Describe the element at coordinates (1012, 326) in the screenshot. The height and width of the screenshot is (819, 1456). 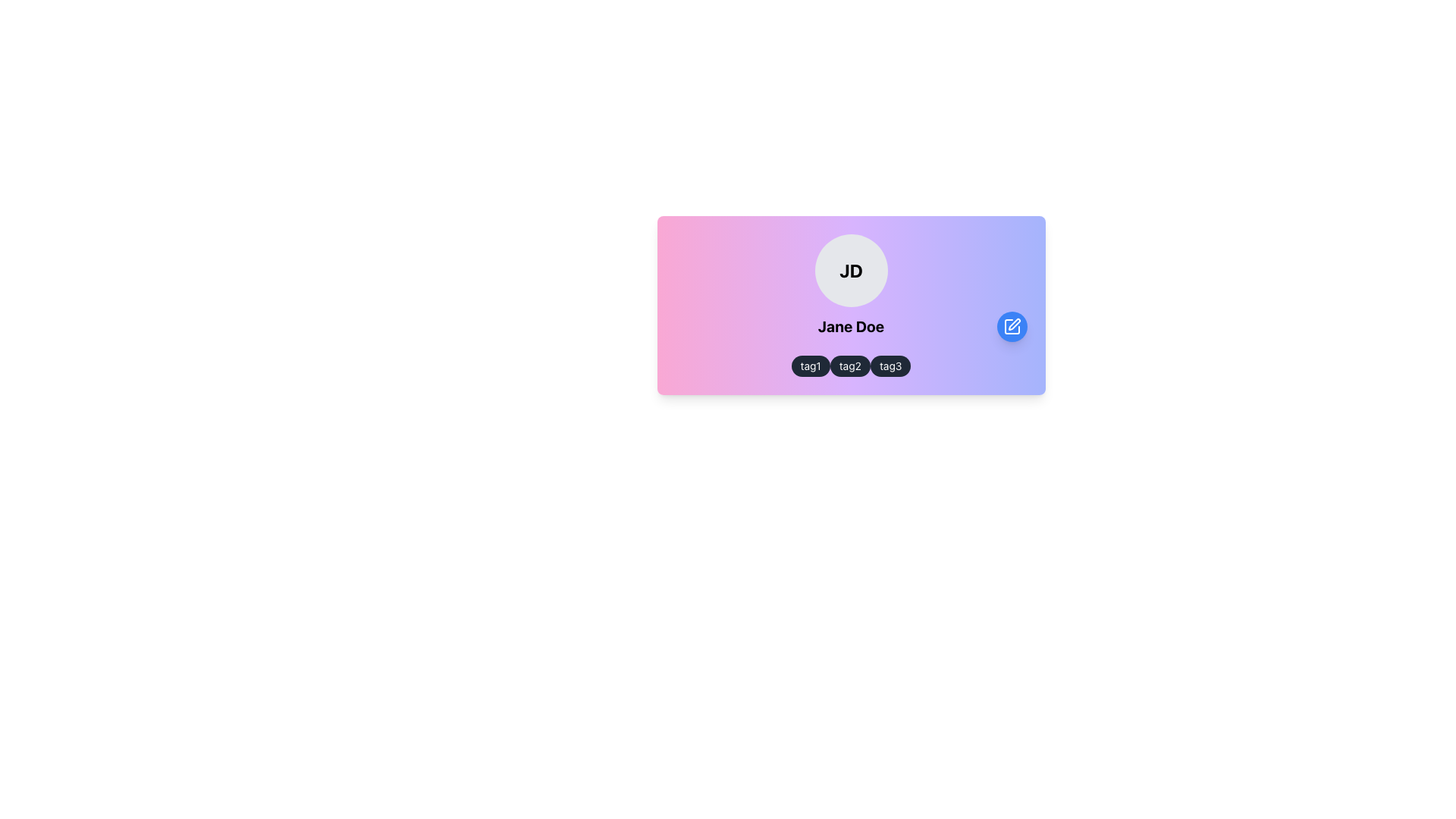
I see `the edit icon located in the blue circular button at the top-right corner of the card layout` at that location.